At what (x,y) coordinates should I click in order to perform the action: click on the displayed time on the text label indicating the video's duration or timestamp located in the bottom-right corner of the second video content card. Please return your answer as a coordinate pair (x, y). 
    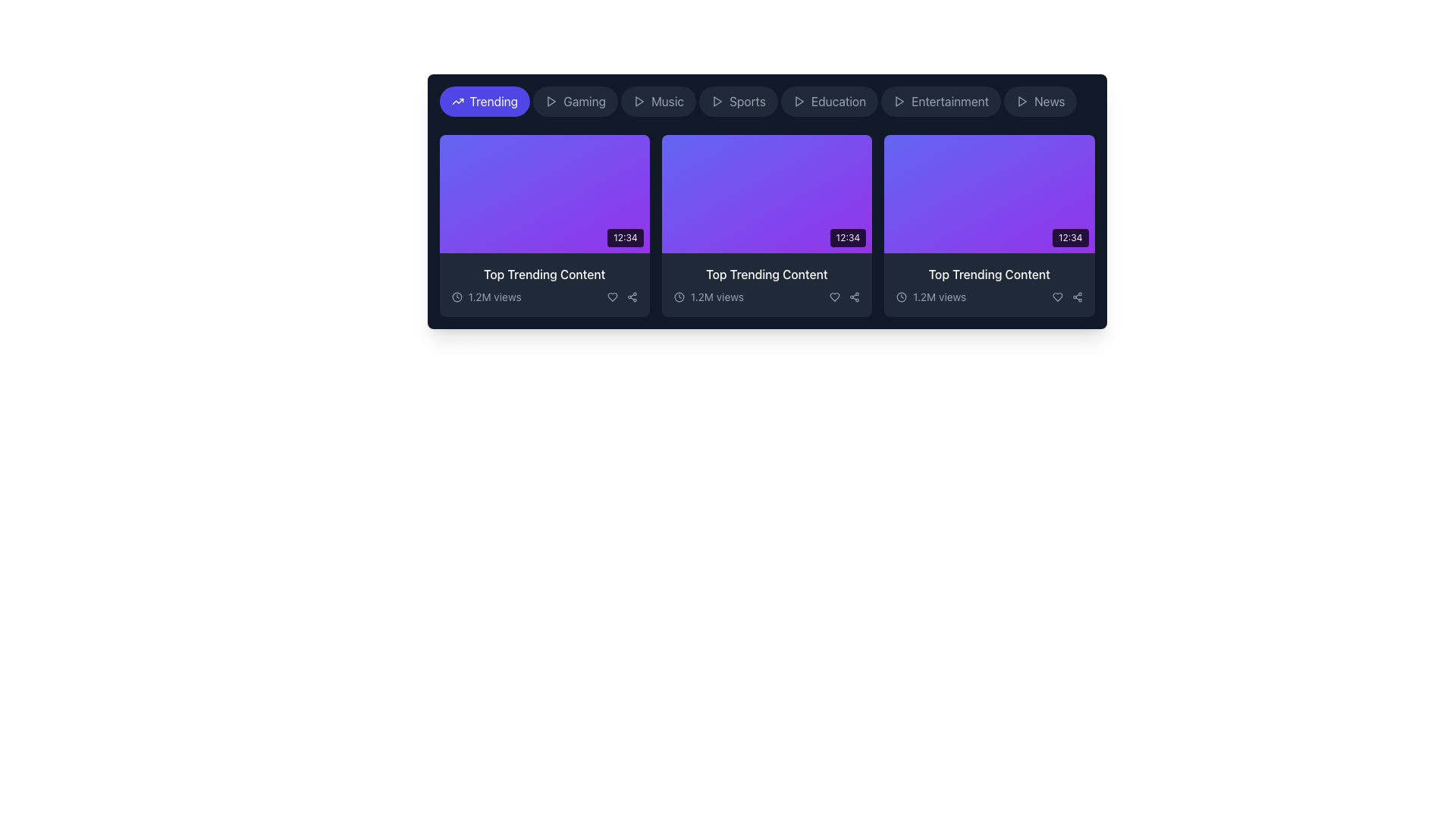
    Looking at the image, I should click on (847, 237).